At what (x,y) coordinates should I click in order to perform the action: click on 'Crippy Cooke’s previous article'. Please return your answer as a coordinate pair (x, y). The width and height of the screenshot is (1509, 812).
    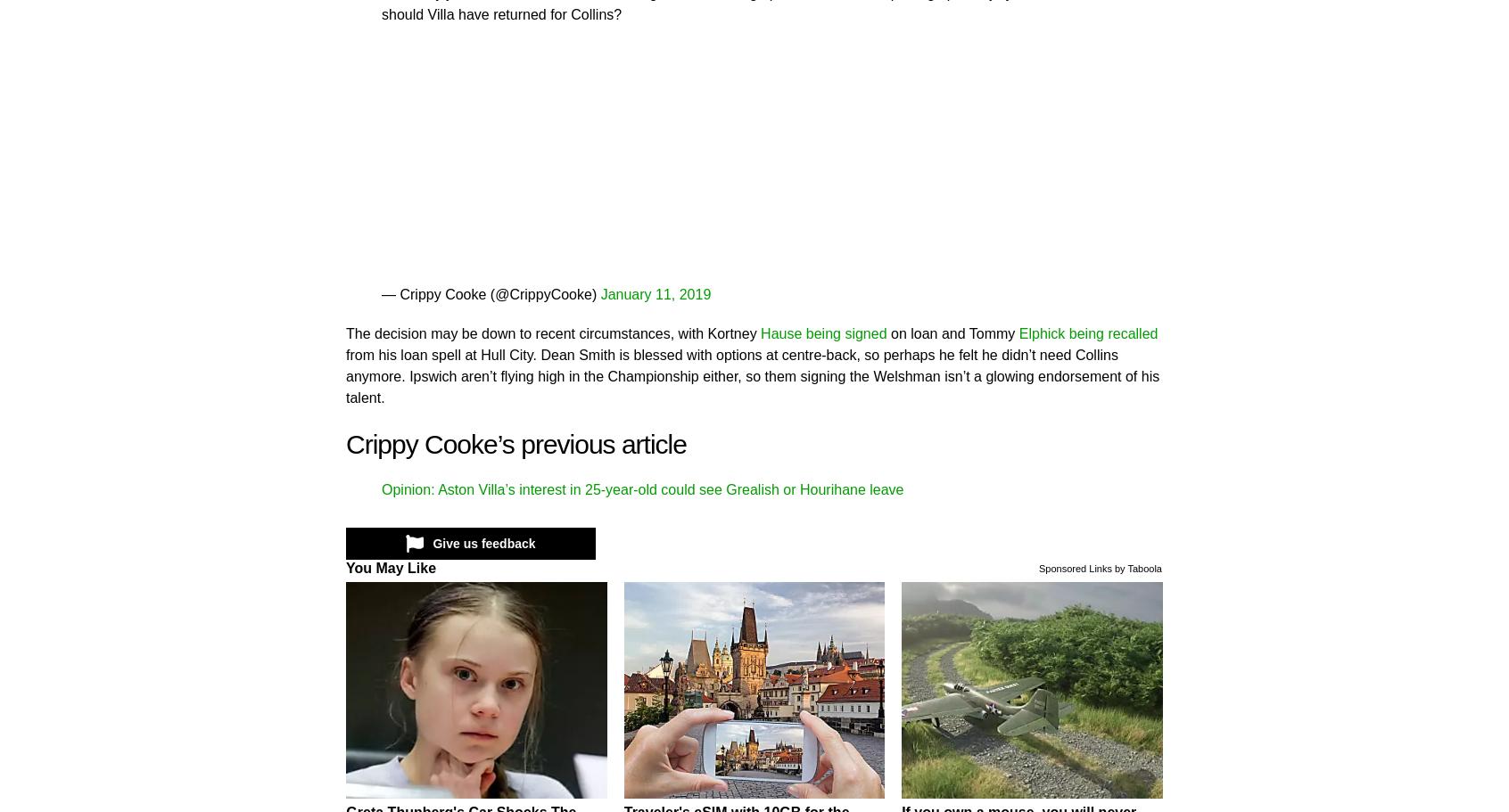
    Looking at the image, I should click on (515, 443).